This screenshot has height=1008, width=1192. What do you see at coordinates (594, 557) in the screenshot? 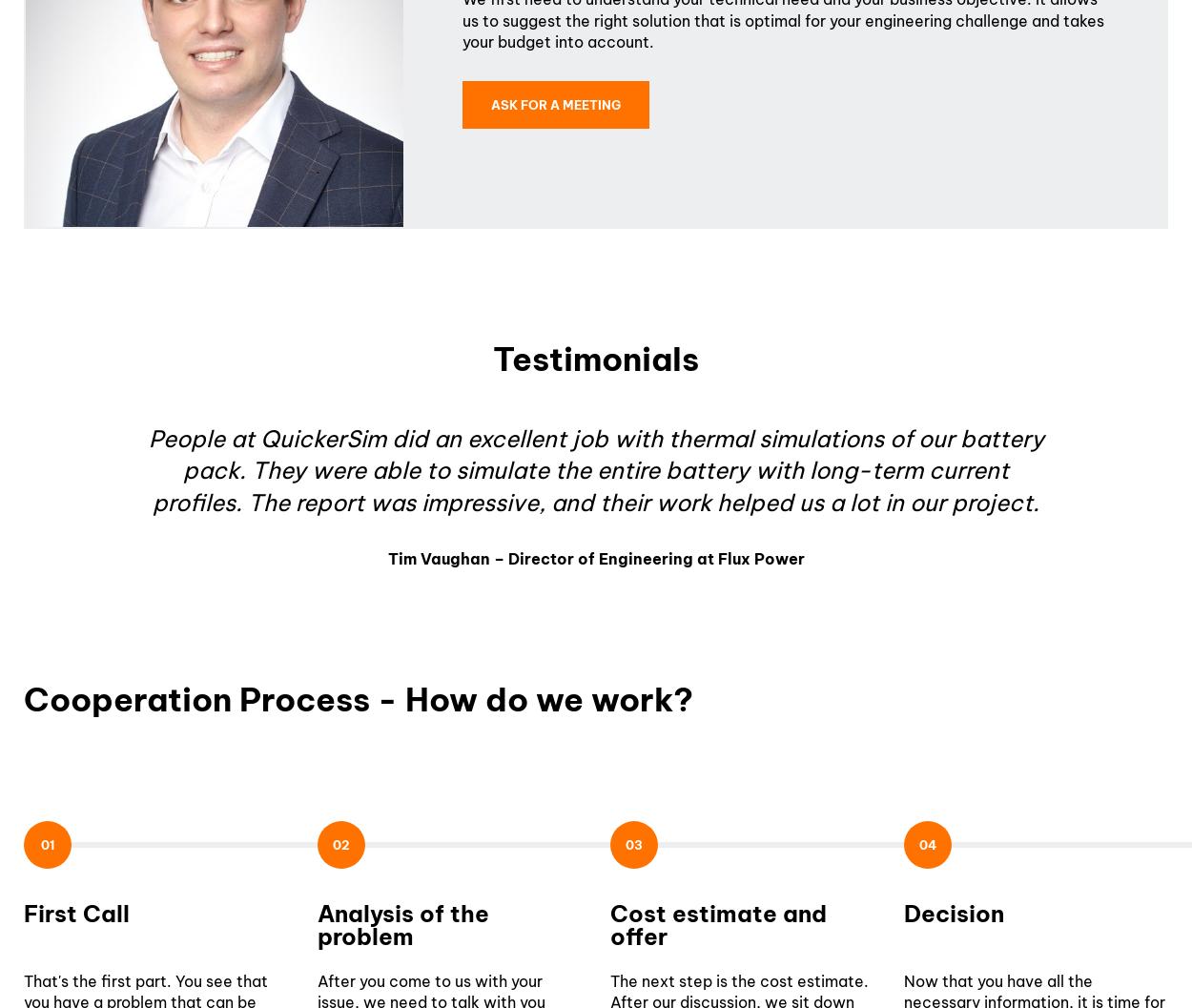
I see `'Tim Vaughan – Director of Engineering at Flux Power'` at bounding box center [594, 557].